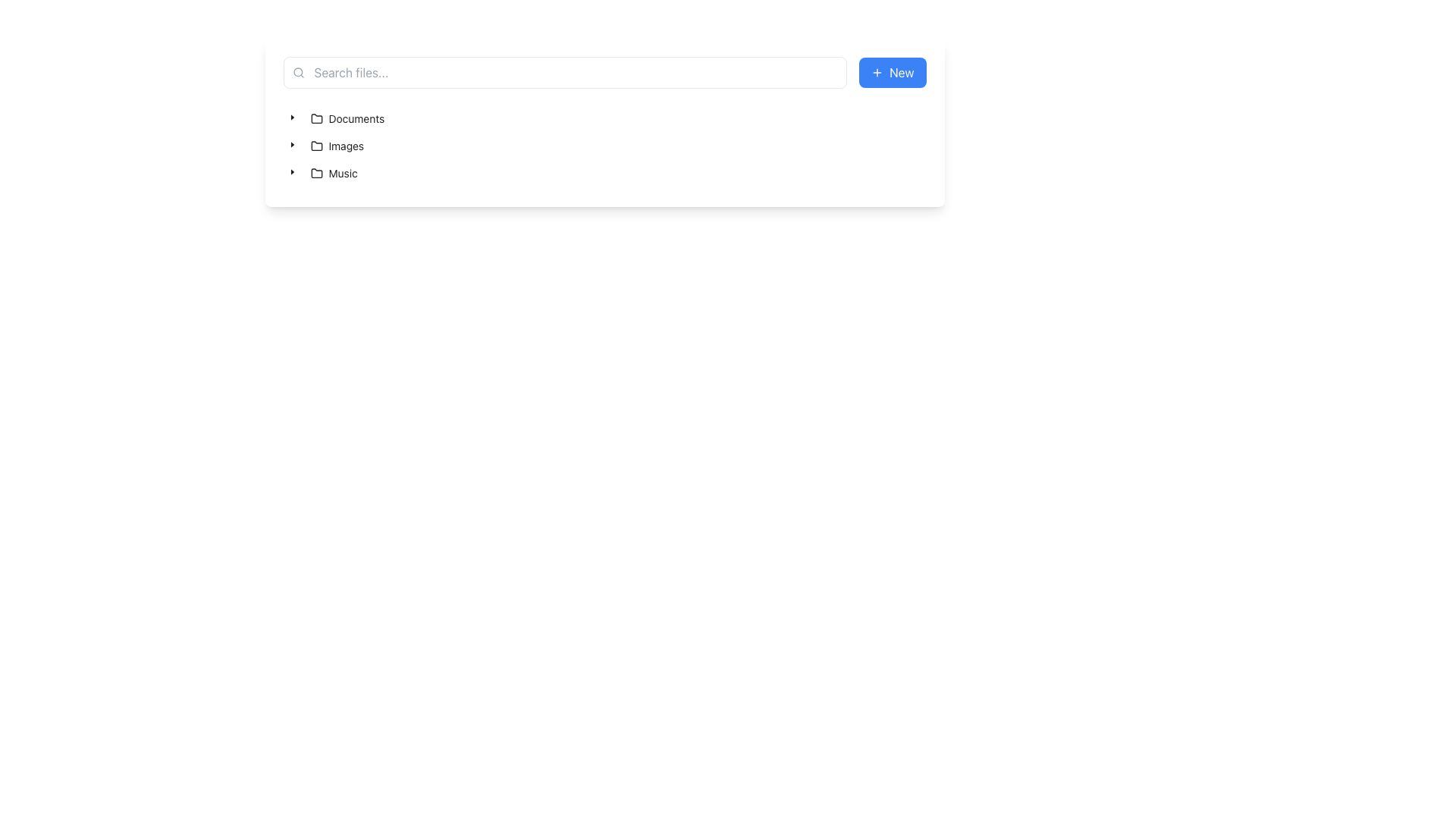 This screenshot has height=819, width=1456. Describe the element at coordinates (877, 73) in the screenshot. I see `the icon for creating or adding a new item, which is located within the rectangular blue 'New' button at the top-right corner of the interface` at that location.